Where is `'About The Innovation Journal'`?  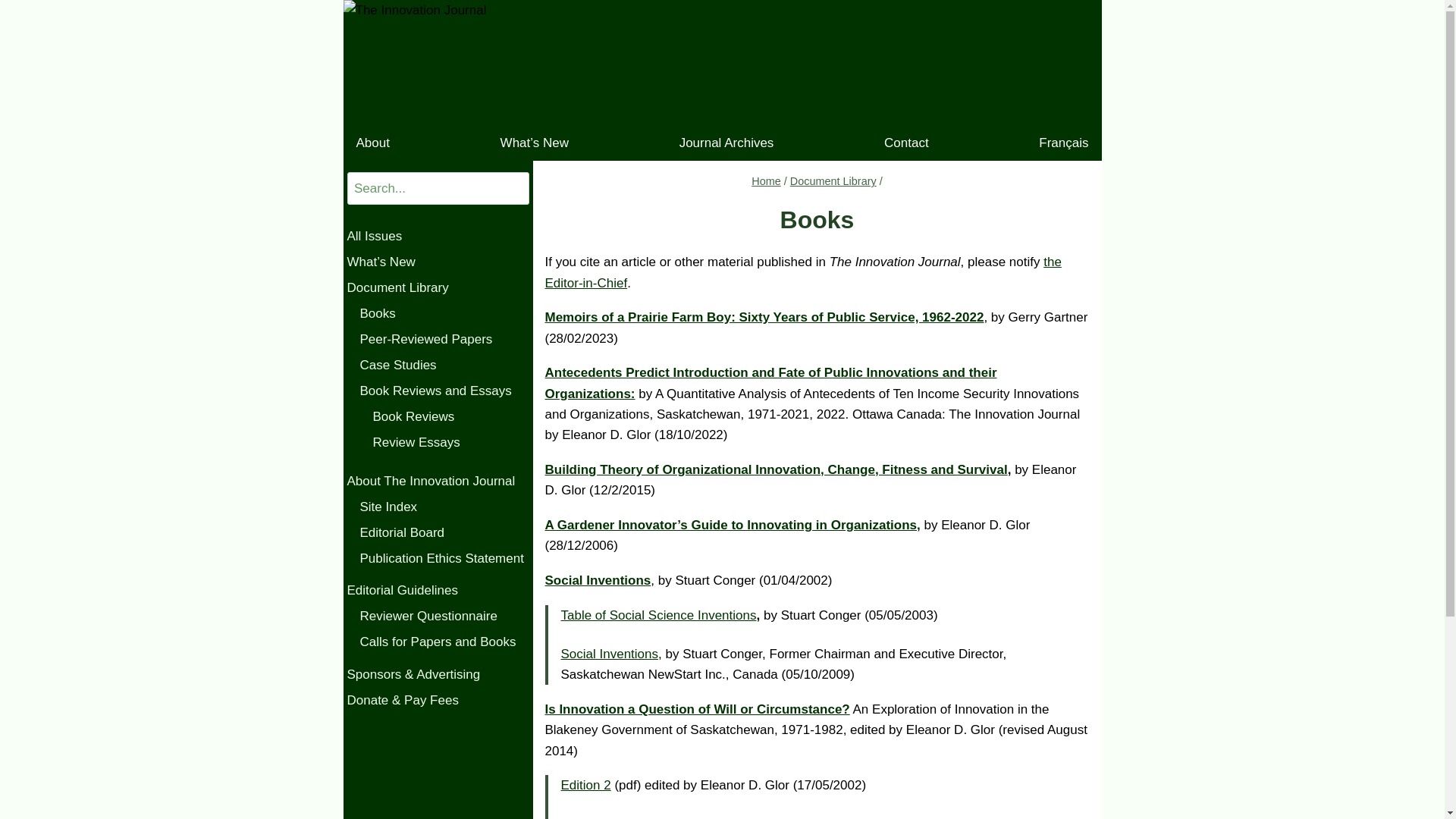
'About The Innovation Journal' is located at coordinates (346, 482).